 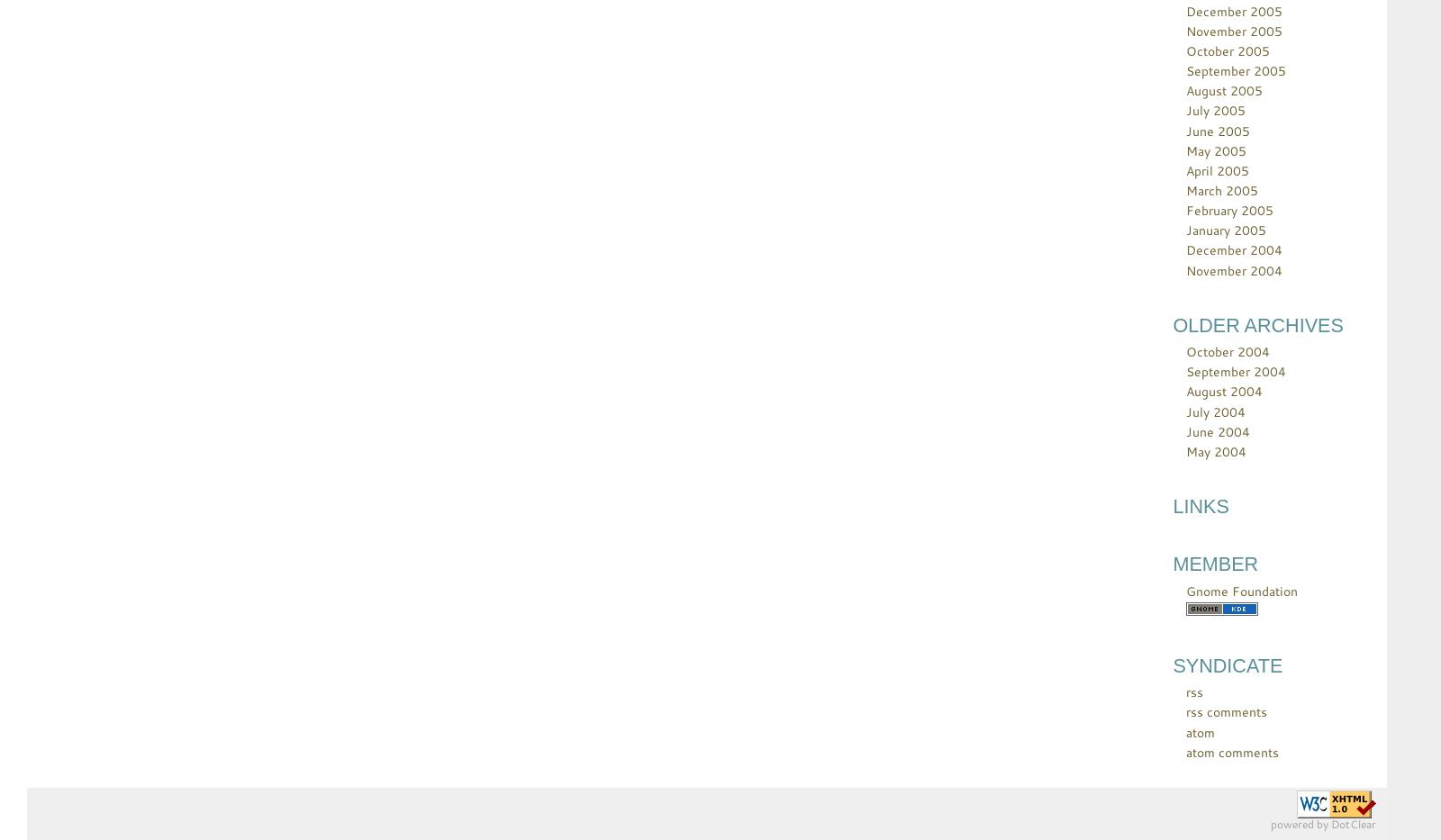 What do you see at coordinates (1227, 664) in the screenshot?
I see `'Syndicate'` at bounding box center [1227, 664].